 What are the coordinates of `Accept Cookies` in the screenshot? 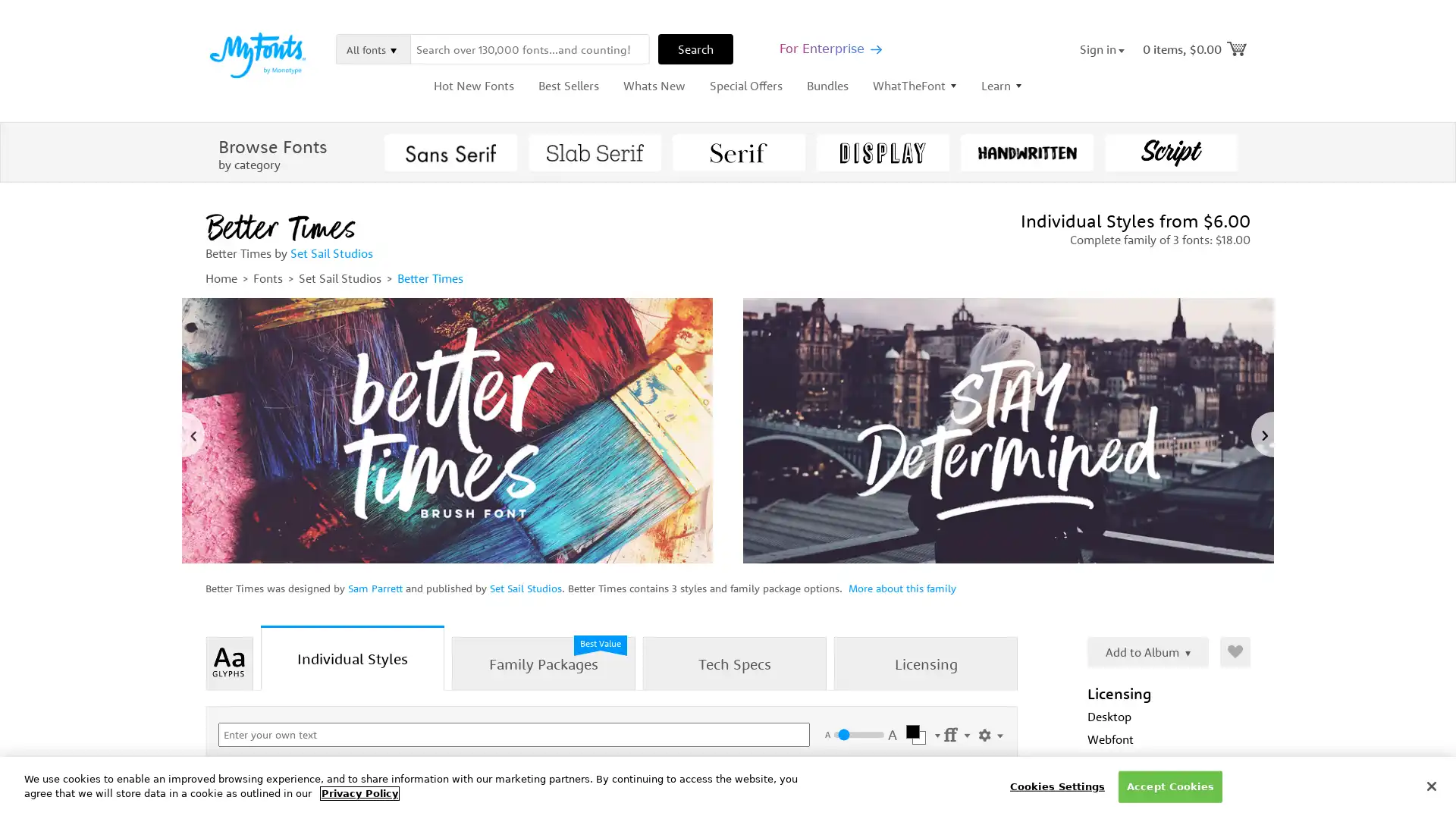 It's located at (1169, 786).